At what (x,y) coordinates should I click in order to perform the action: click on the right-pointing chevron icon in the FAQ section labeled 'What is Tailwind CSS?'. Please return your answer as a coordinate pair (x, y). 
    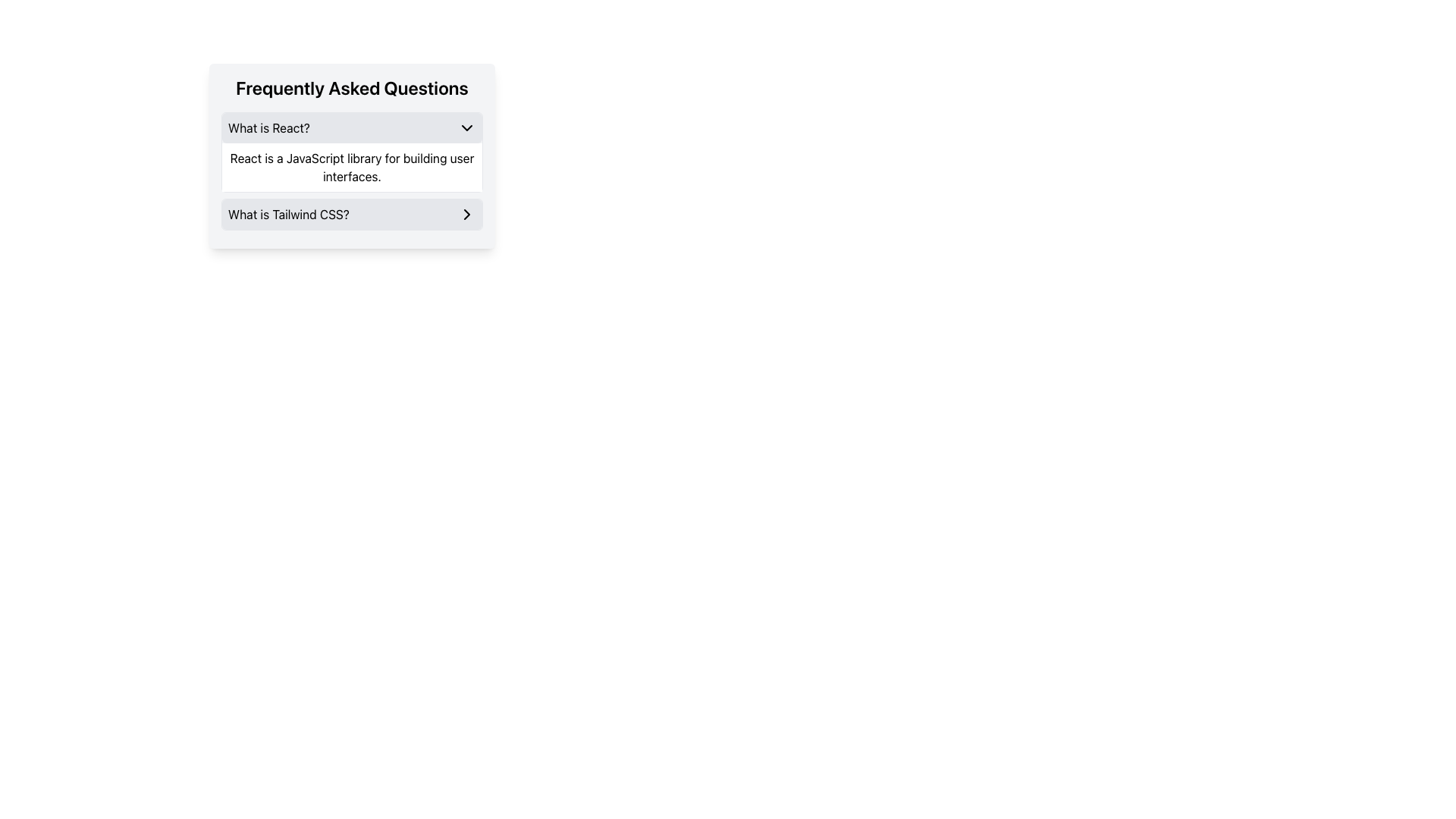
    Looking at the image, I should click on (466, 214).